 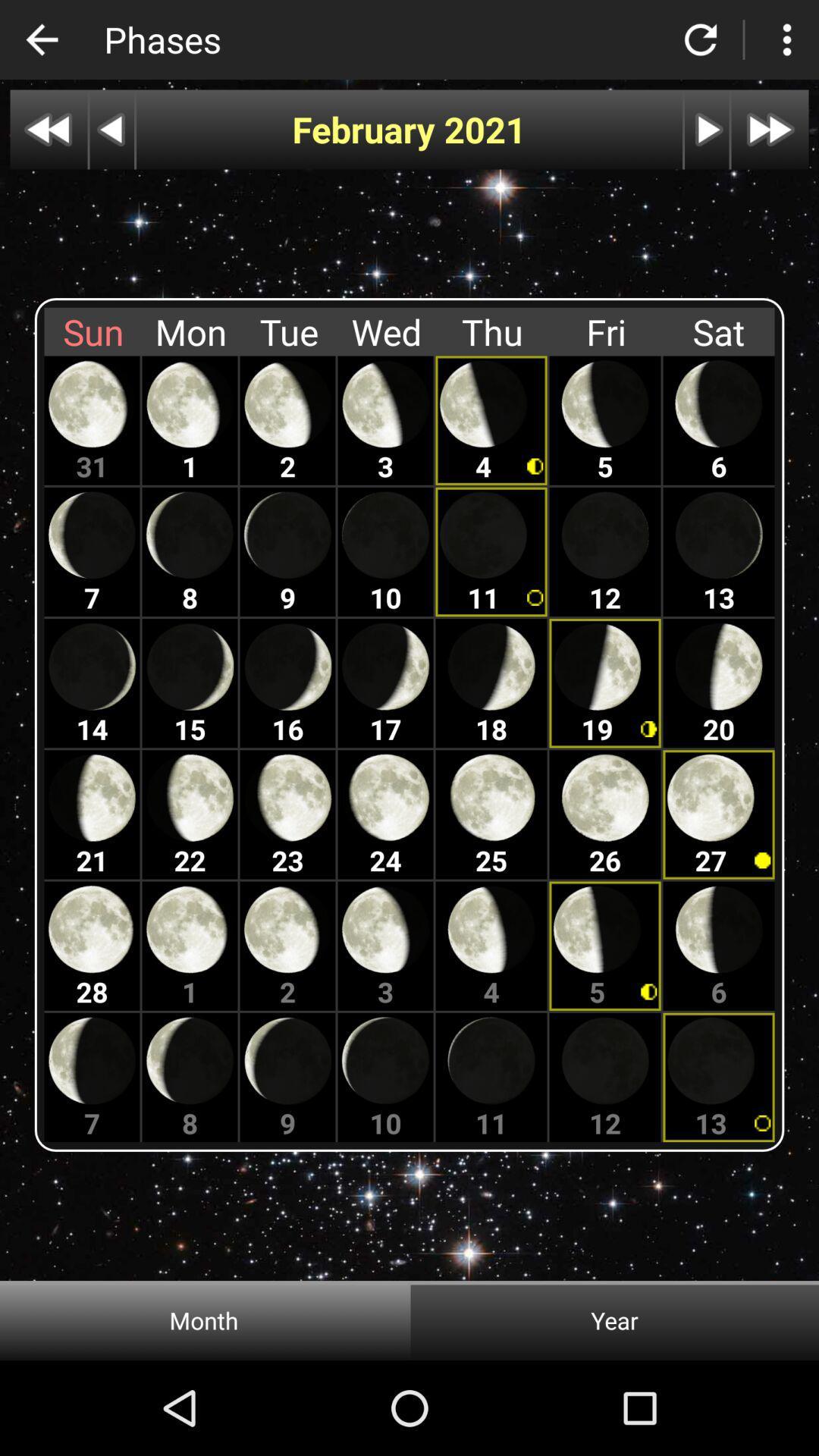 What do you see at coordinates (707, 130) in the screenshot?
I see `the icon under the reload option` at bounding box center [707, 130].